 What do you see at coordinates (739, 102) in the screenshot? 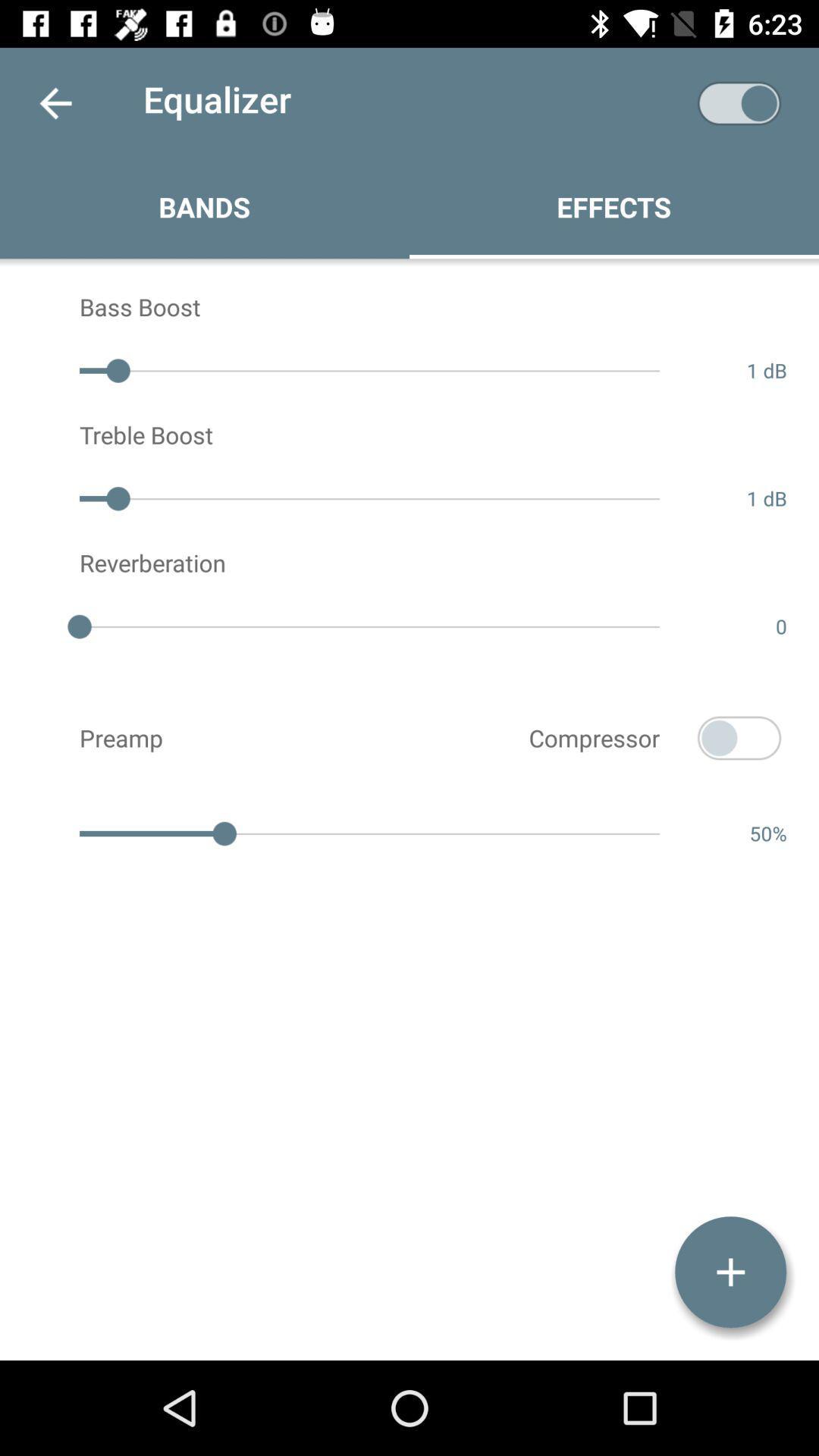
I see `app next to the effects` at bounding box center [739, 102].